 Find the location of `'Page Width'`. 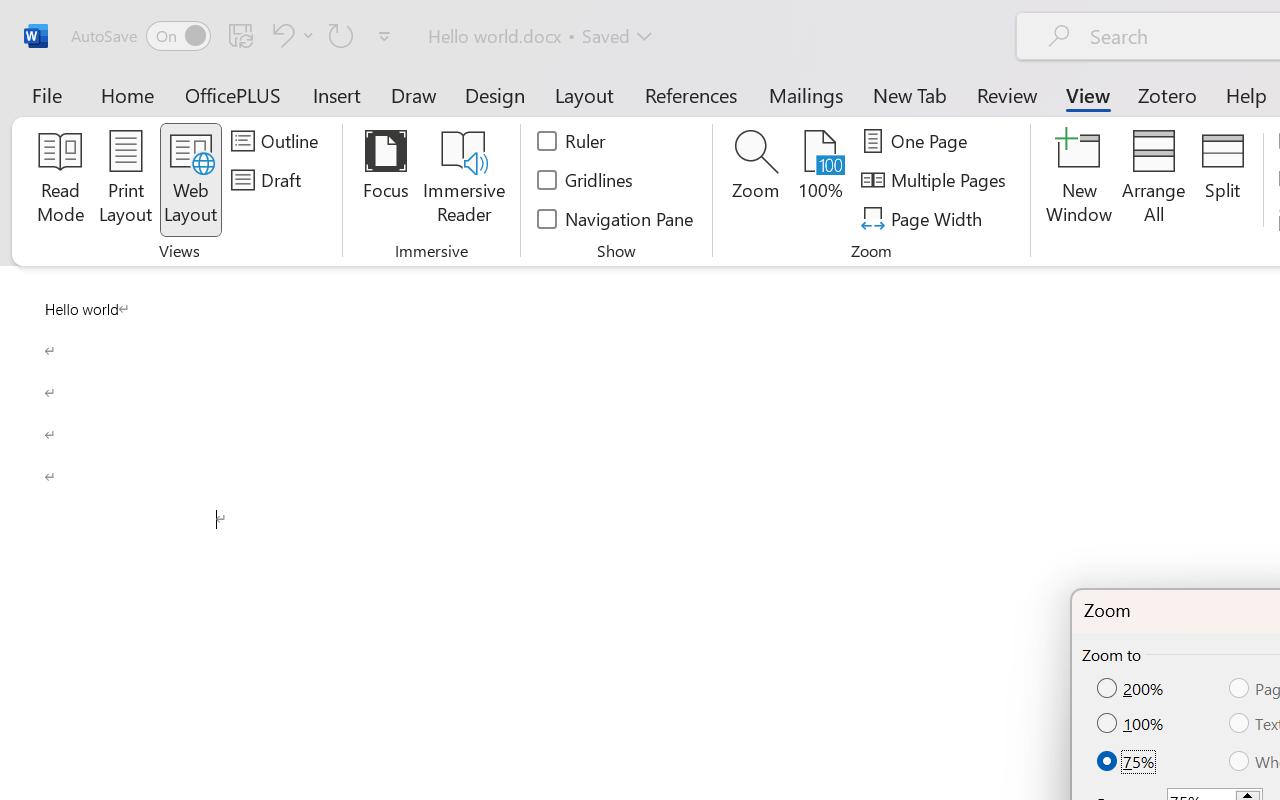

'Page Width' is located at coordinates (923, 218).